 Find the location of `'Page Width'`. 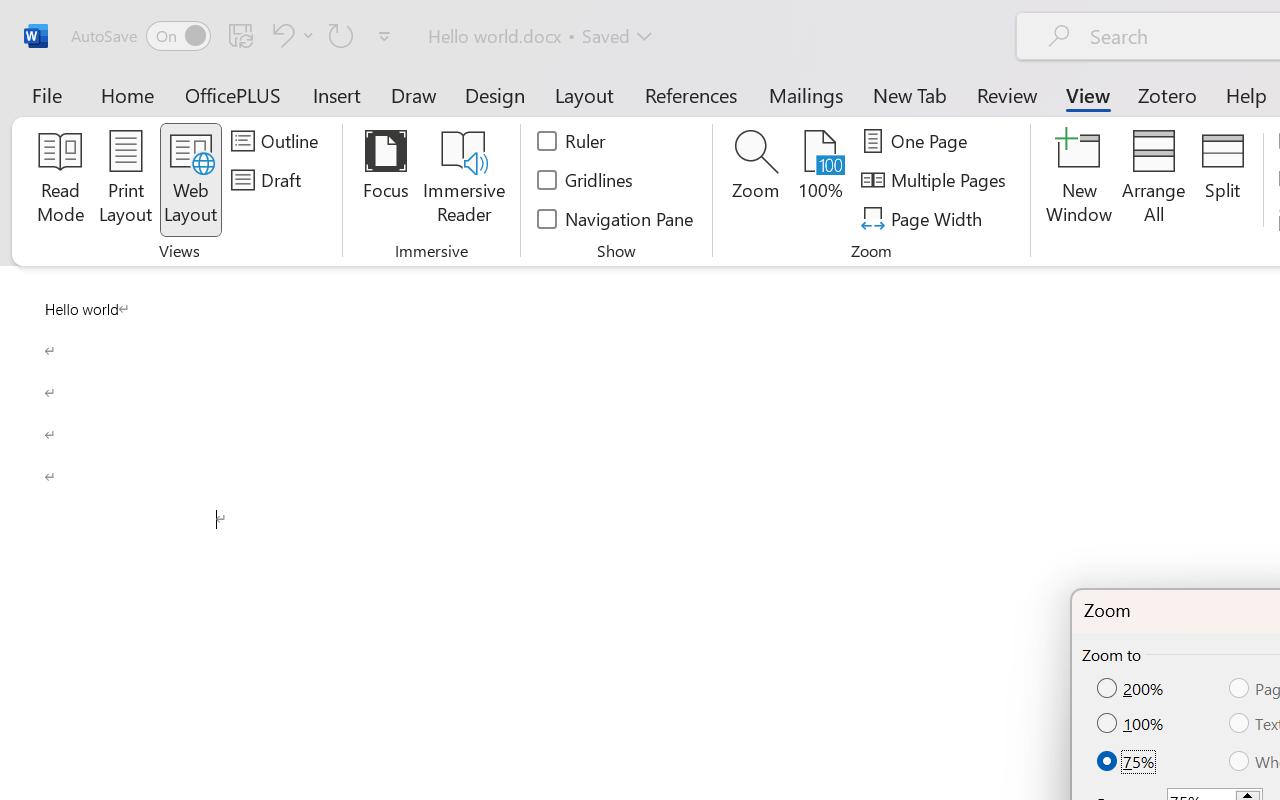

'Page Width' is located at coordinates (923, 218).